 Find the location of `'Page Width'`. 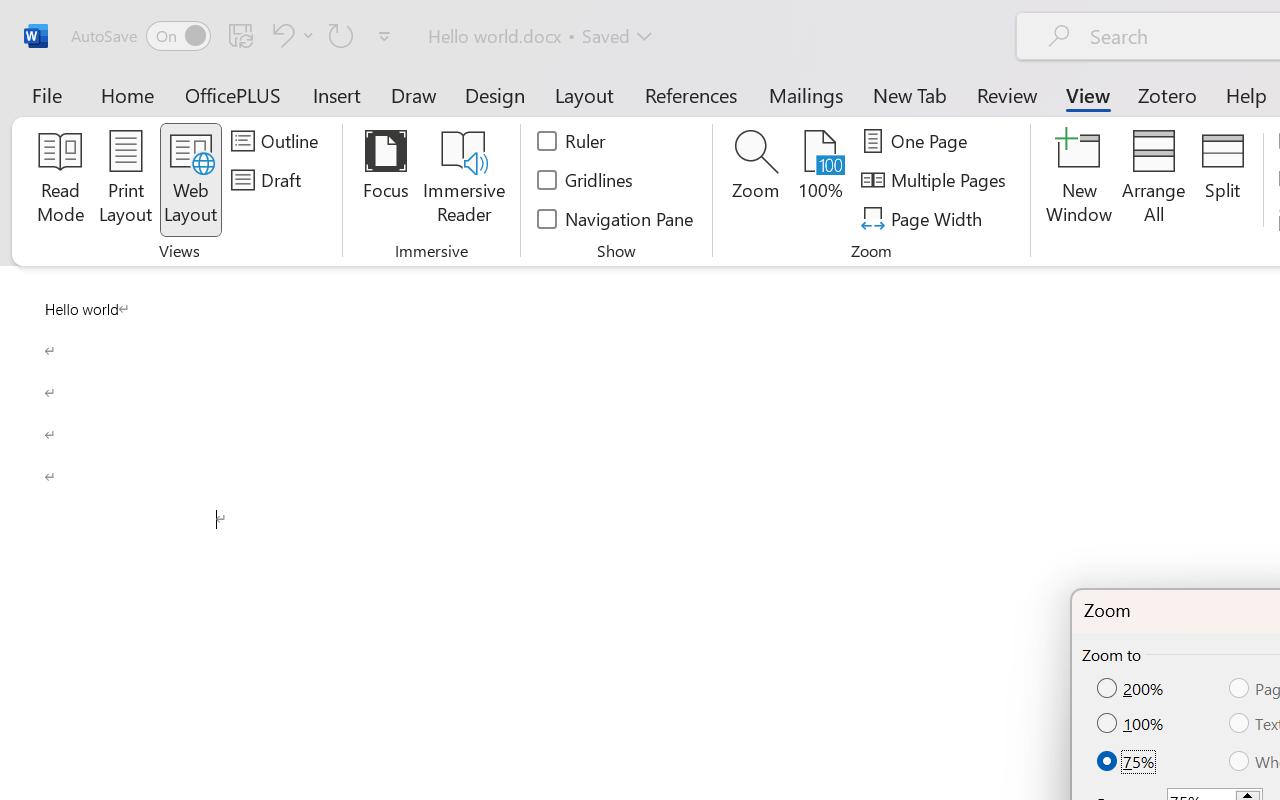

'Page Width' is located at coordinates (923, 218).